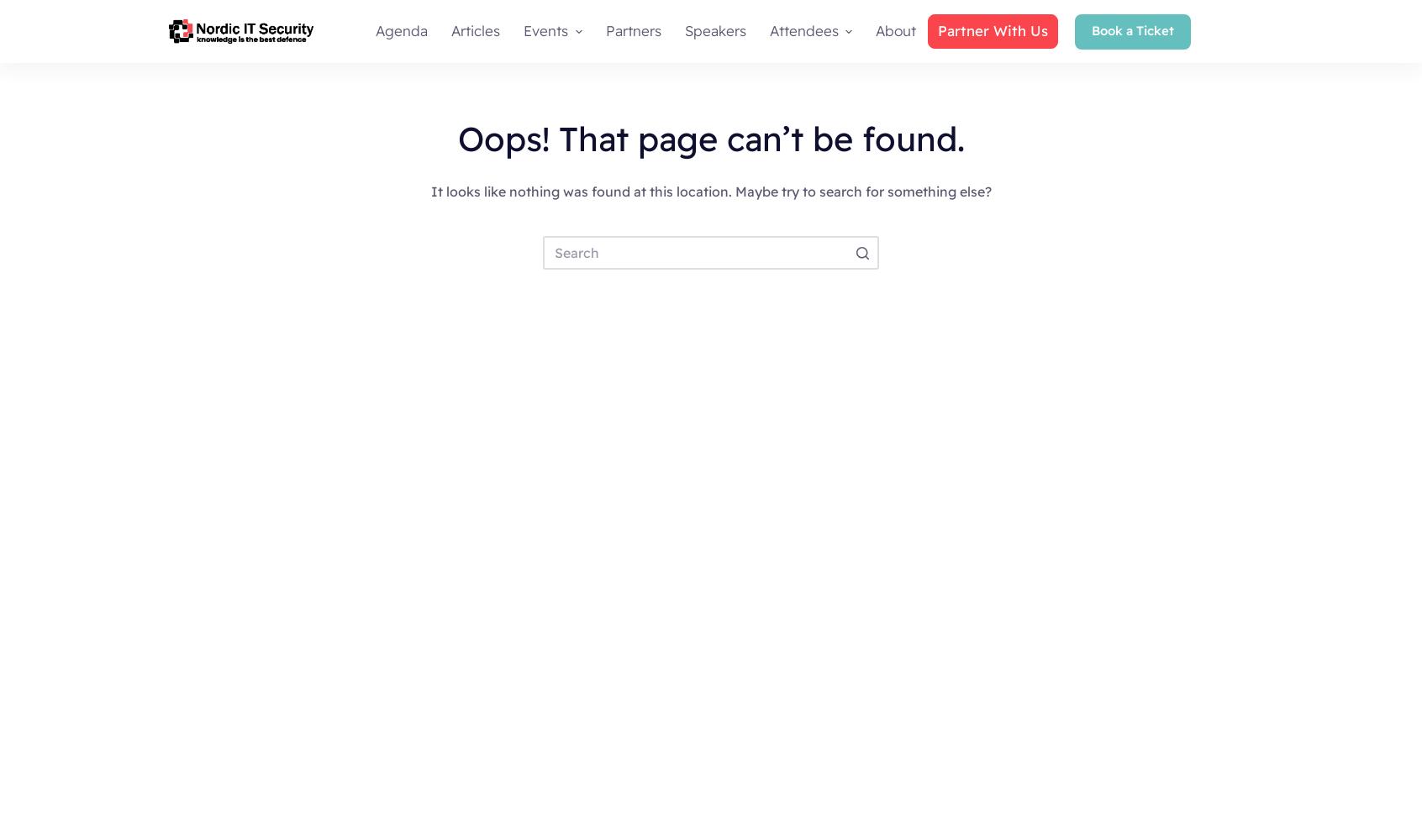 The height and width of the screenshot is (840, 1422). Describe the element at coordinates (813, 90) in the screenshot. I see `'Attendees 2023'` at that location.